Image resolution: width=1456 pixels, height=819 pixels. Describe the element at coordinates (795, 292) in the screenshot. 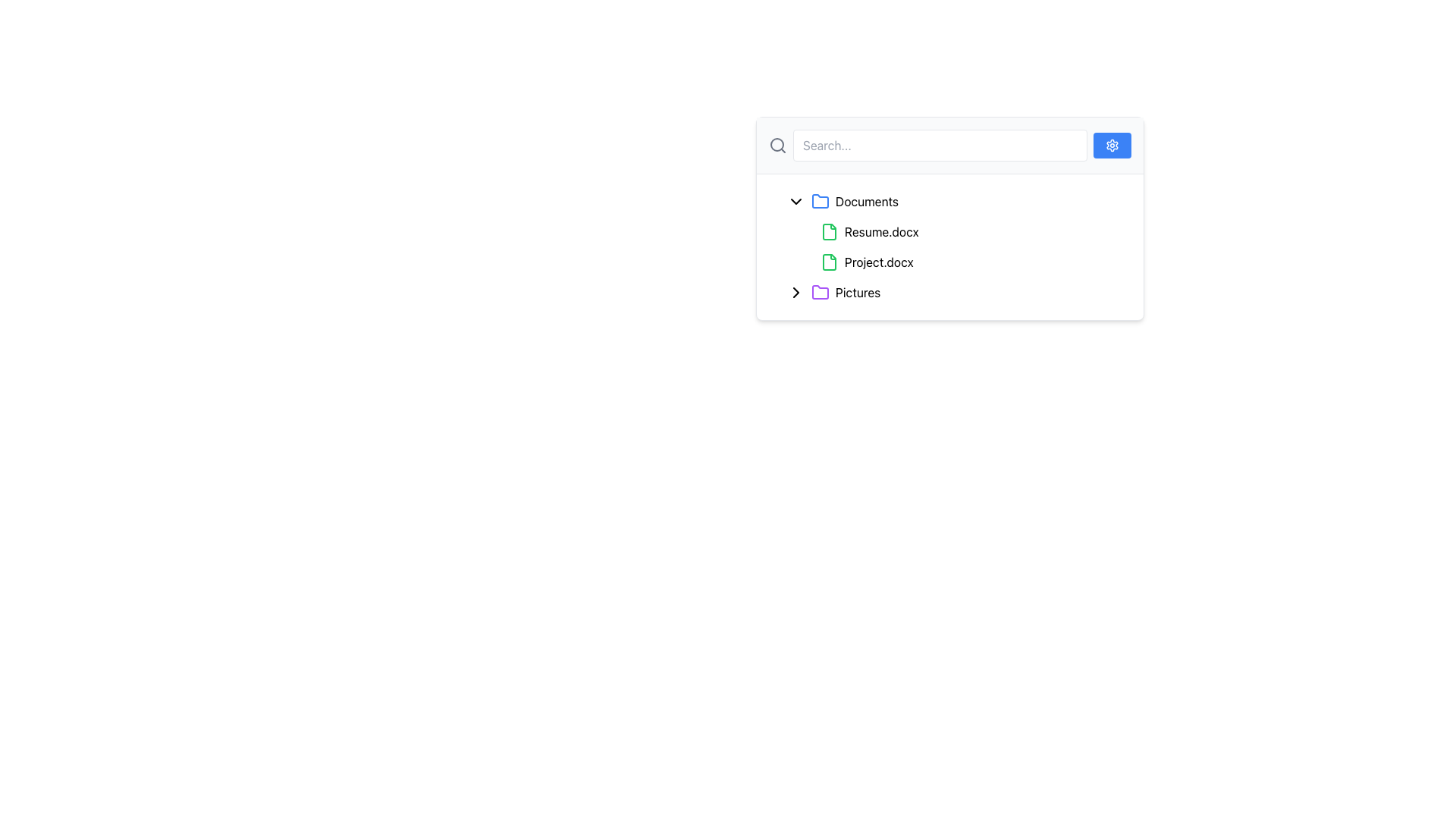

I see `the icon indicating the 'Pictures' folder in the file browsing interface` at that location.